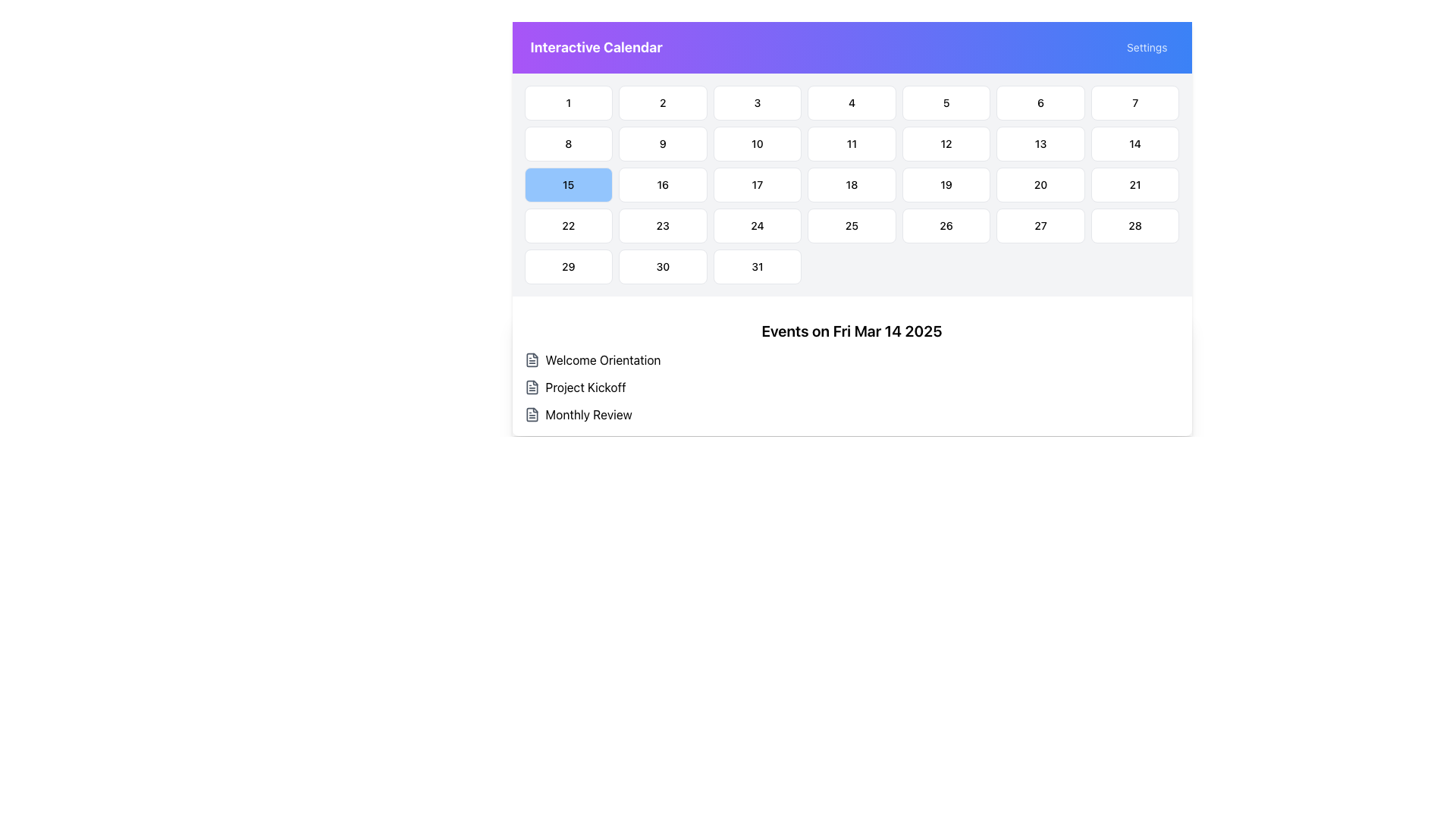 The width and height of the screenshot is (1456, 819). I want to click on the text element displaying the number '26', so click(946, 225).